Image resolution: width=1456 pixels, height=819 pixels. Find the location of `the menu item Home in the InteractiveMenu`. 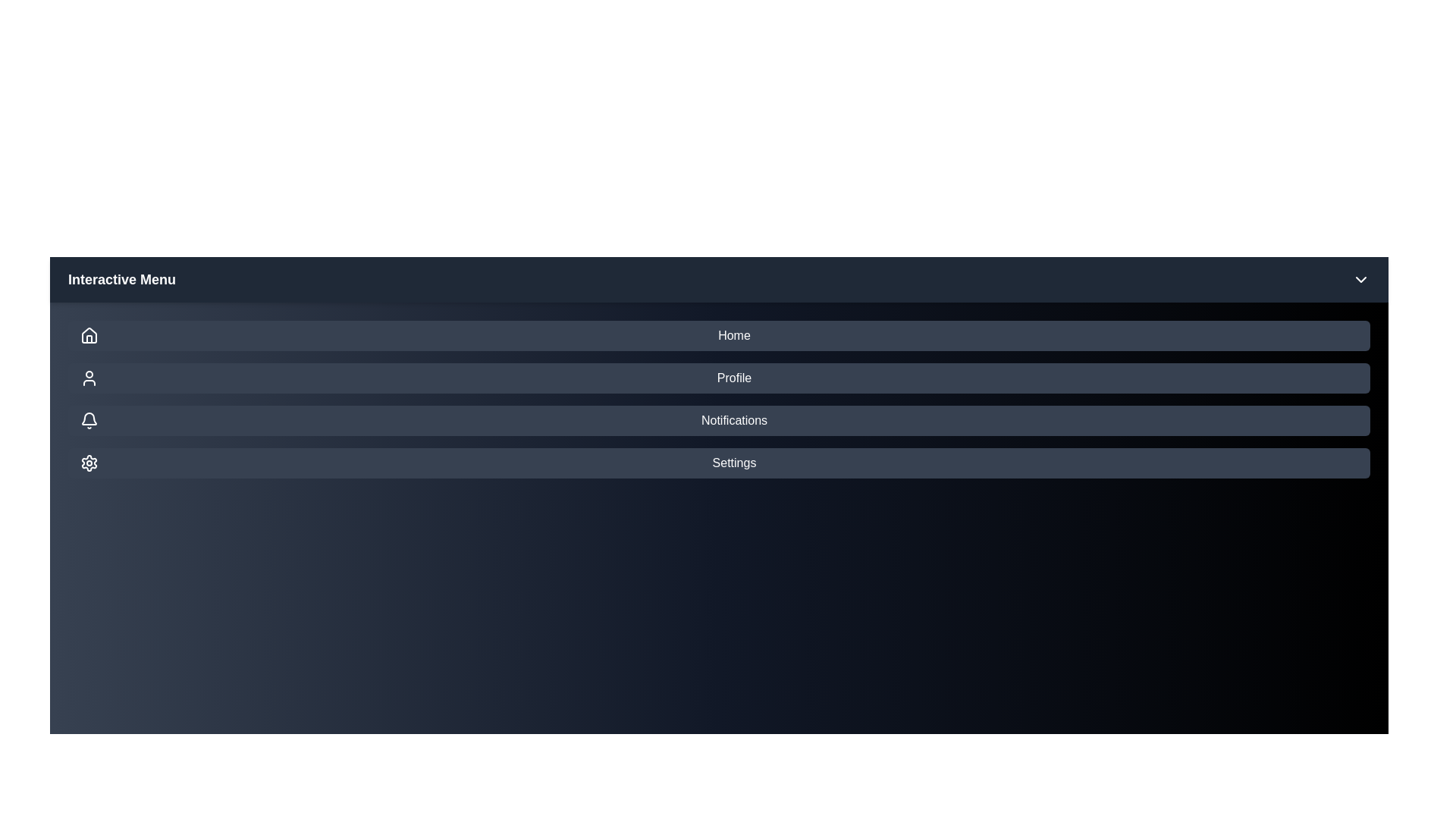

the menu item Home in the InteractiveMenu is located at coordinates (718, 335).